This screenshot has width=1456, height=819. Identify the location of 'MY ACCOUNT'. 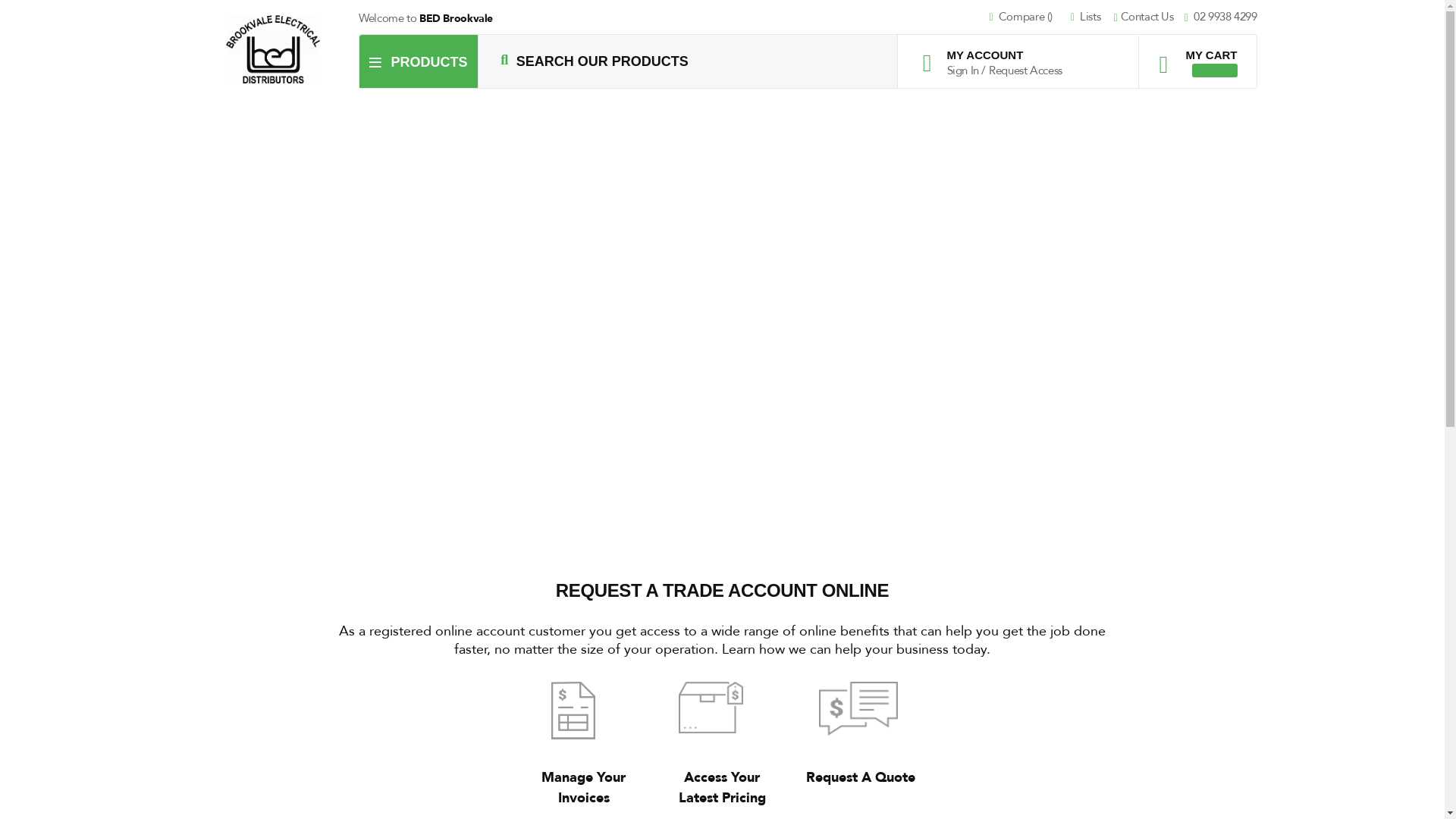
(996, 54).